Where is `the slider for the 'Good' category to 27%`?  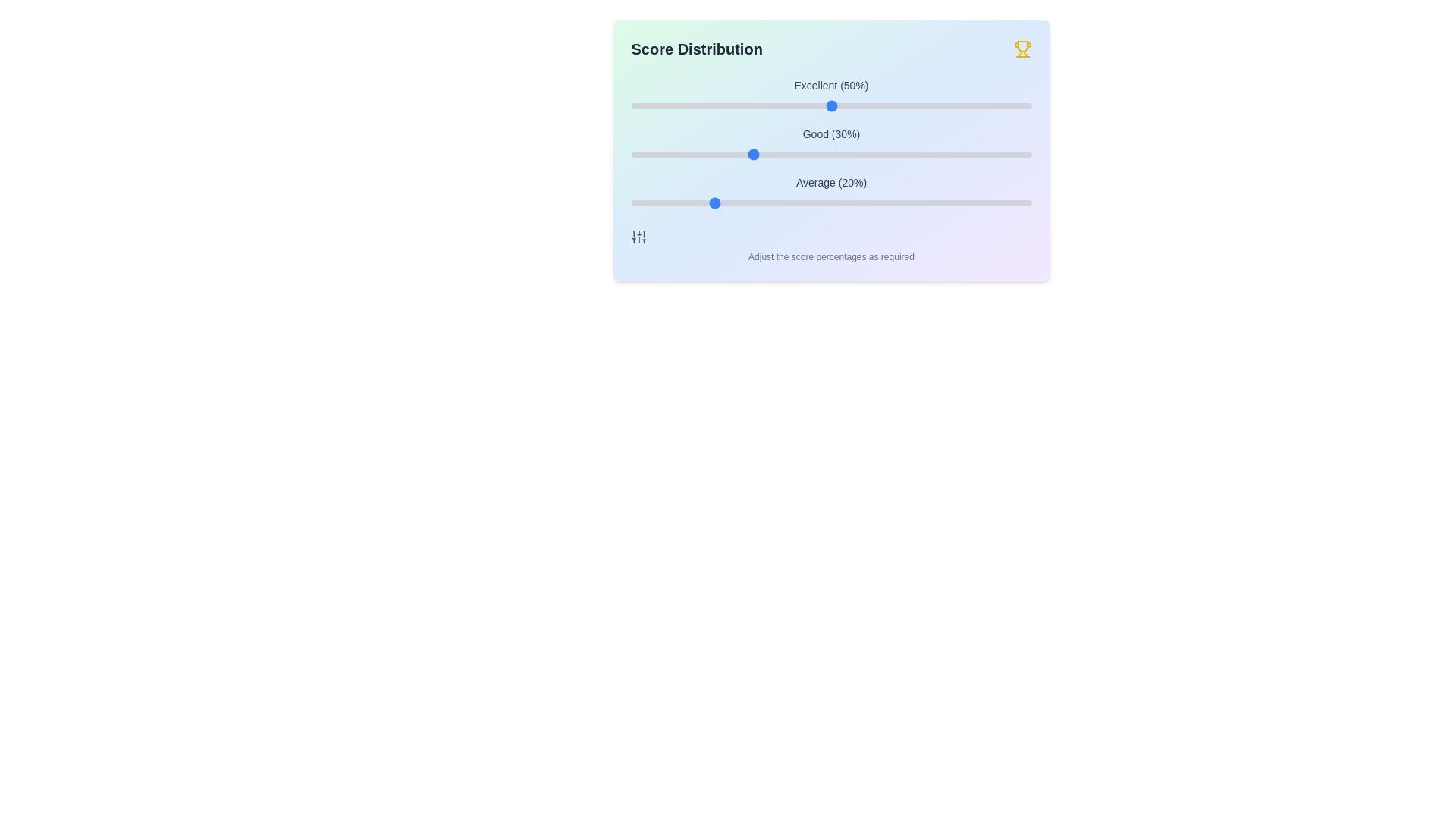 the slider for the 'Good' category to 27% is located at coordinates (739, 155).